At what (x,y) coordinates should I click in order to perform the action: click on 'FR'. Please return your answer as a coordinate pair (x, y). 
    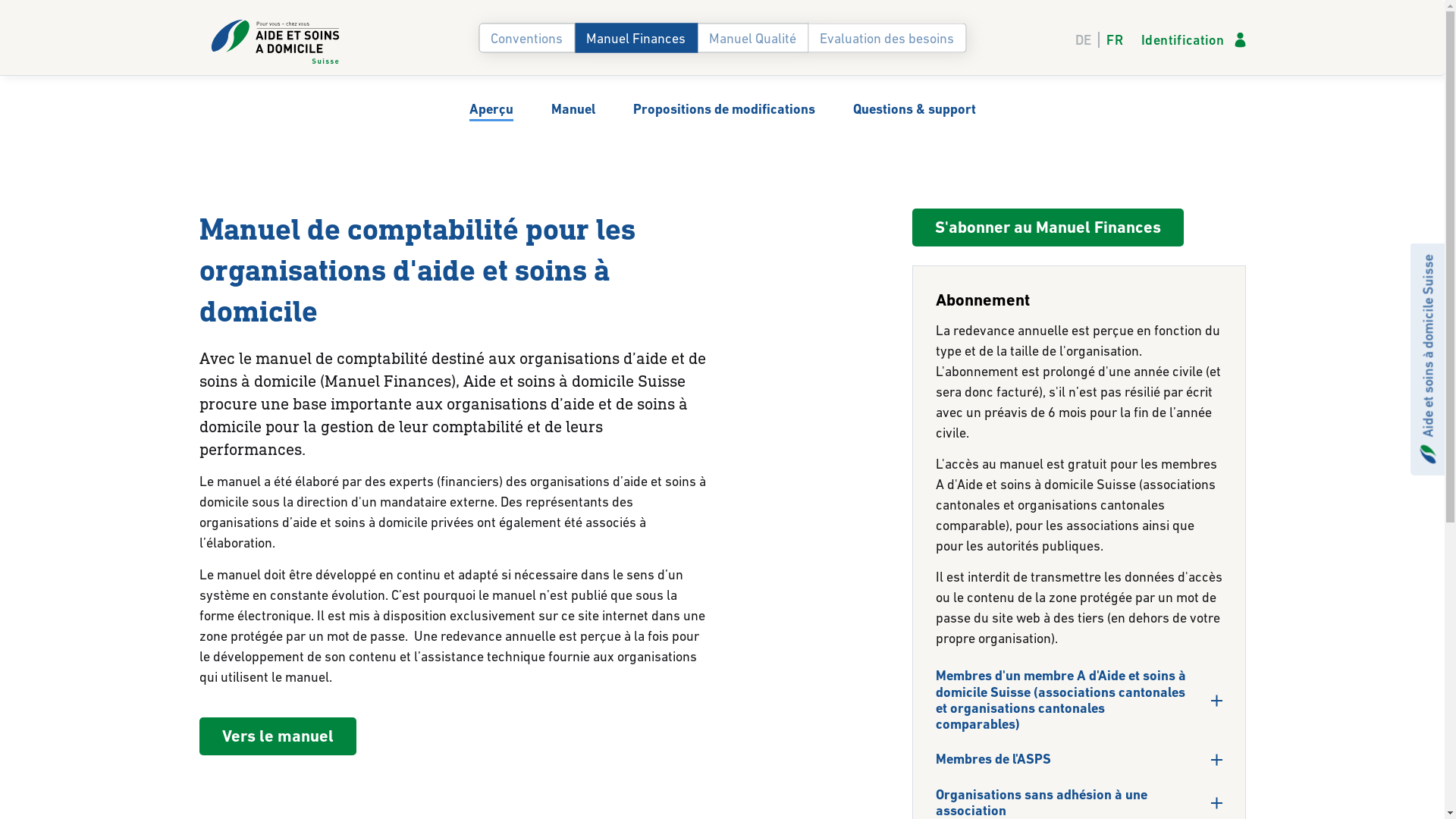
    Looking at the image, I should click on (1111, 39).